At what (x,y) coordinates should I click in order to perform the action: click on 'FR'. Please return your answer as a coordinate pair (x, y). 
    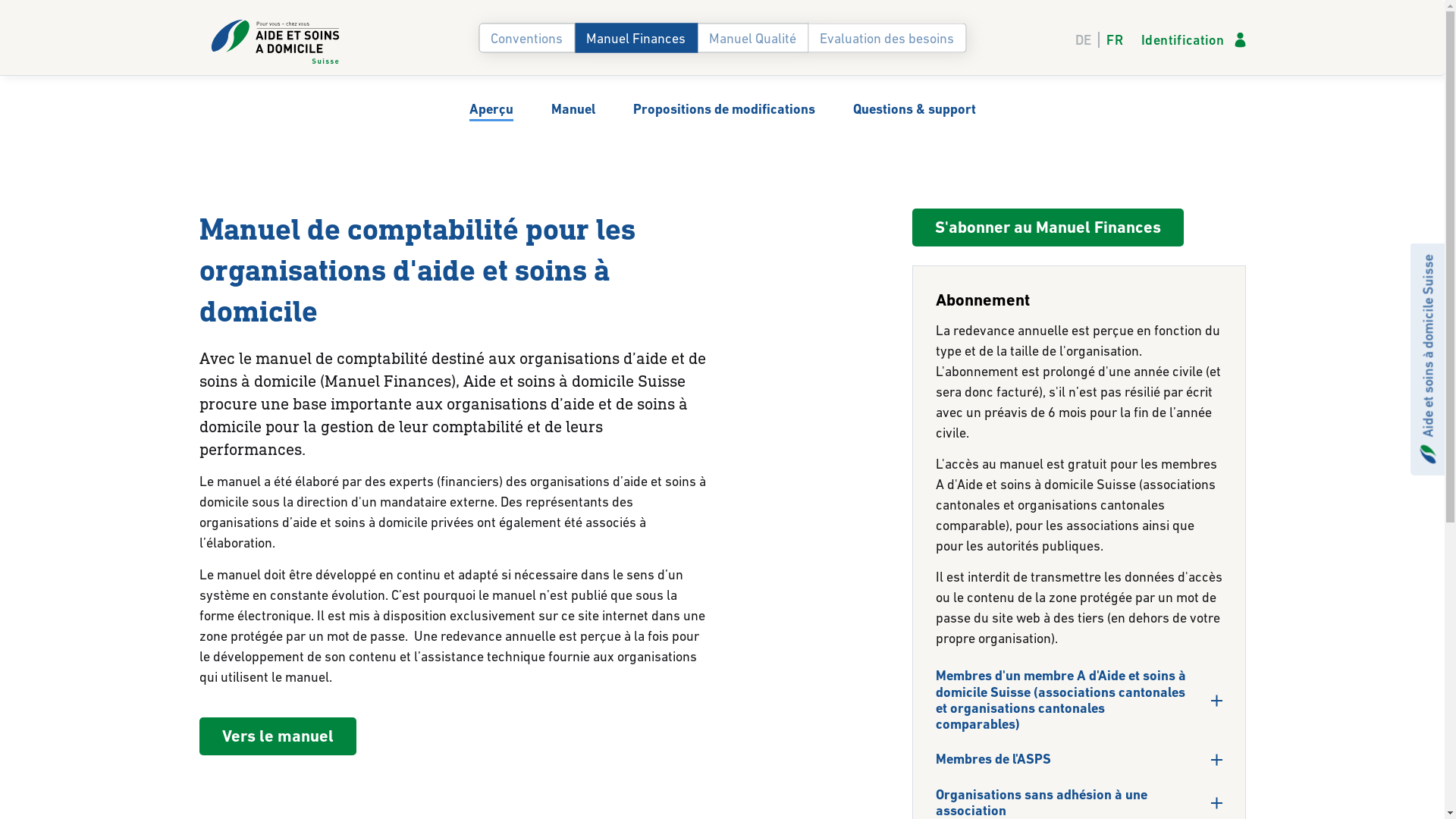
    Looking at the image, I should click on (1111, 39).